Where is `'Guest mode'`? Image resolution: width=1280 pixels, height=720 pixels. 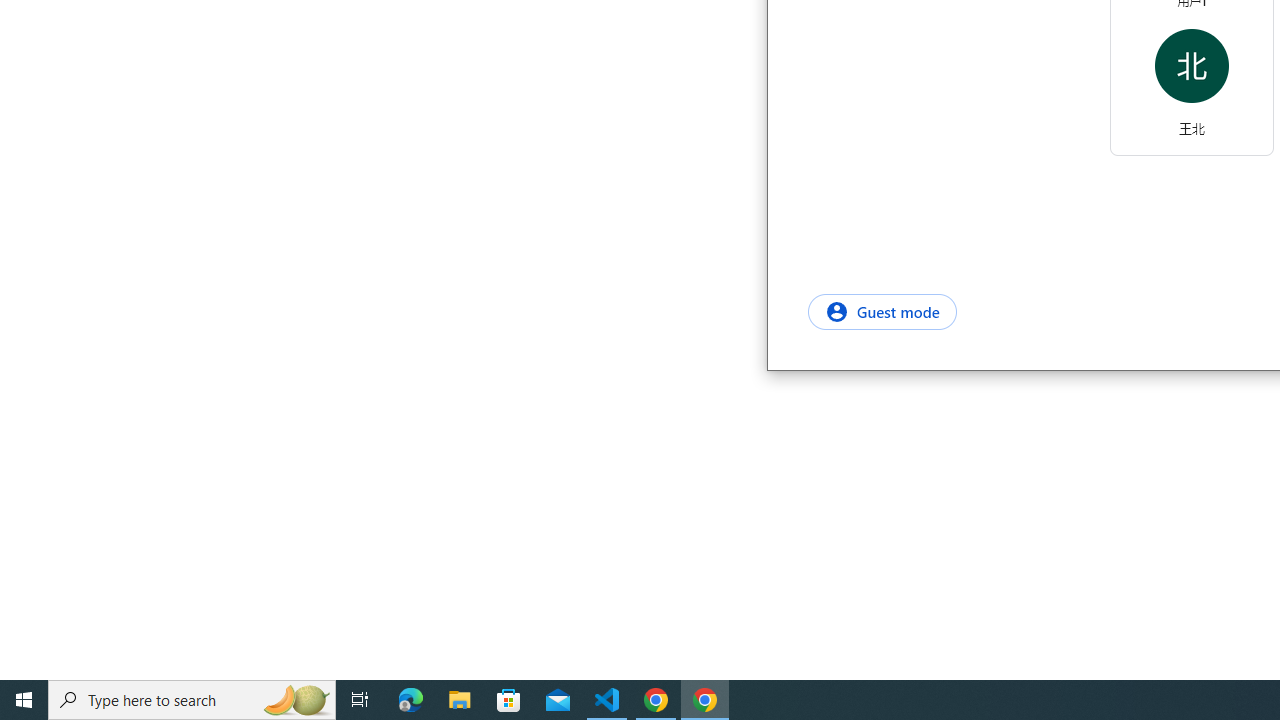
'Guest mode' is located at coordinates (881, 311).